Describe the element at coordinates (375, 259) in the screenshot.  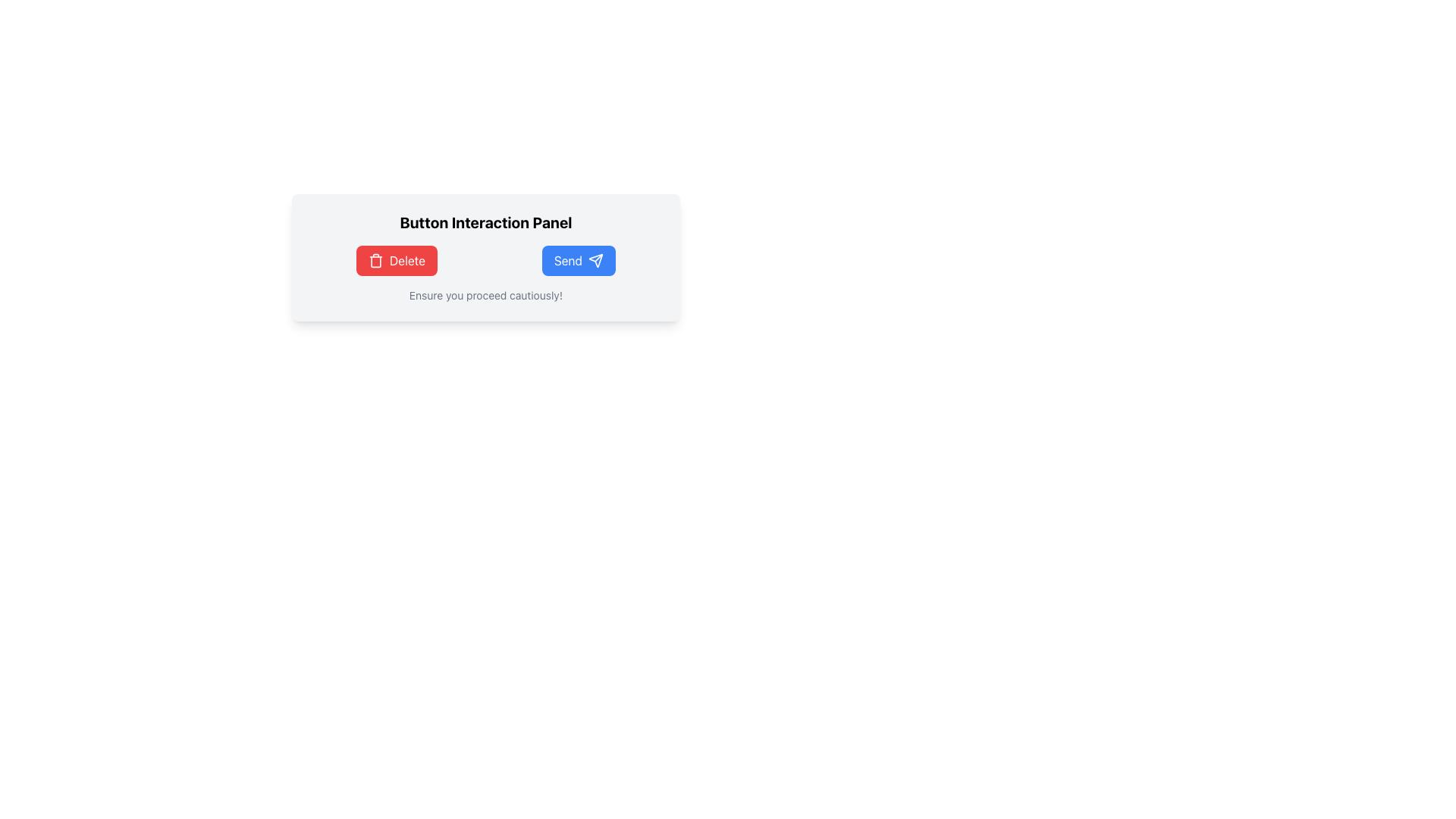
I see `the deletion icon located to the left of the 'Delete' label within the button on the left side of the 'Button Interaction Panel'` at that location.